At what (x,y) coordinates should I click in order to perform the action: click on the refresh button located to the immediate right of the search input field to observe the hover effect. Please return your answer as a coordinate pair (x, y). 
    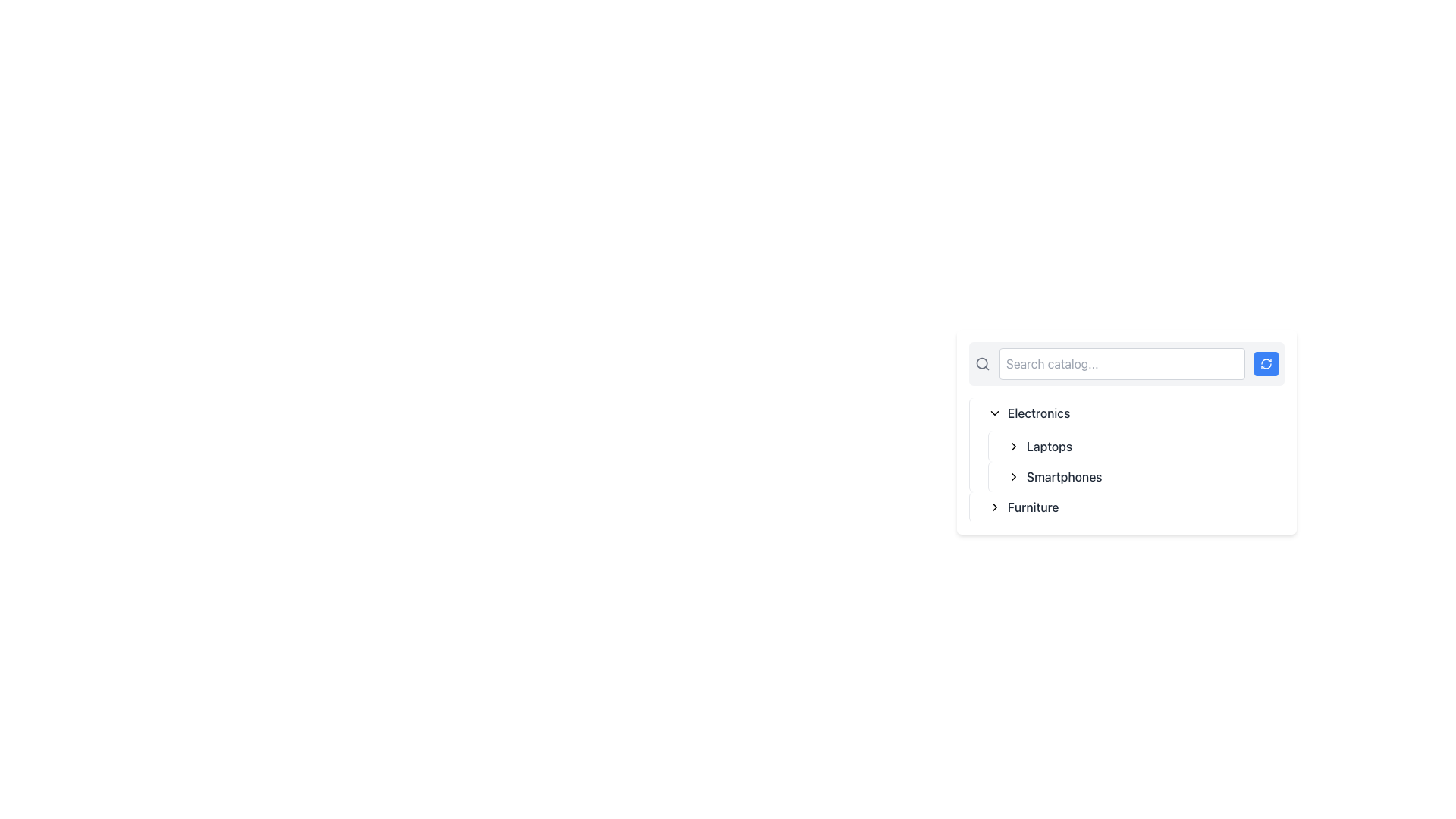
    Looking at the image, I should click on (1266, 363).